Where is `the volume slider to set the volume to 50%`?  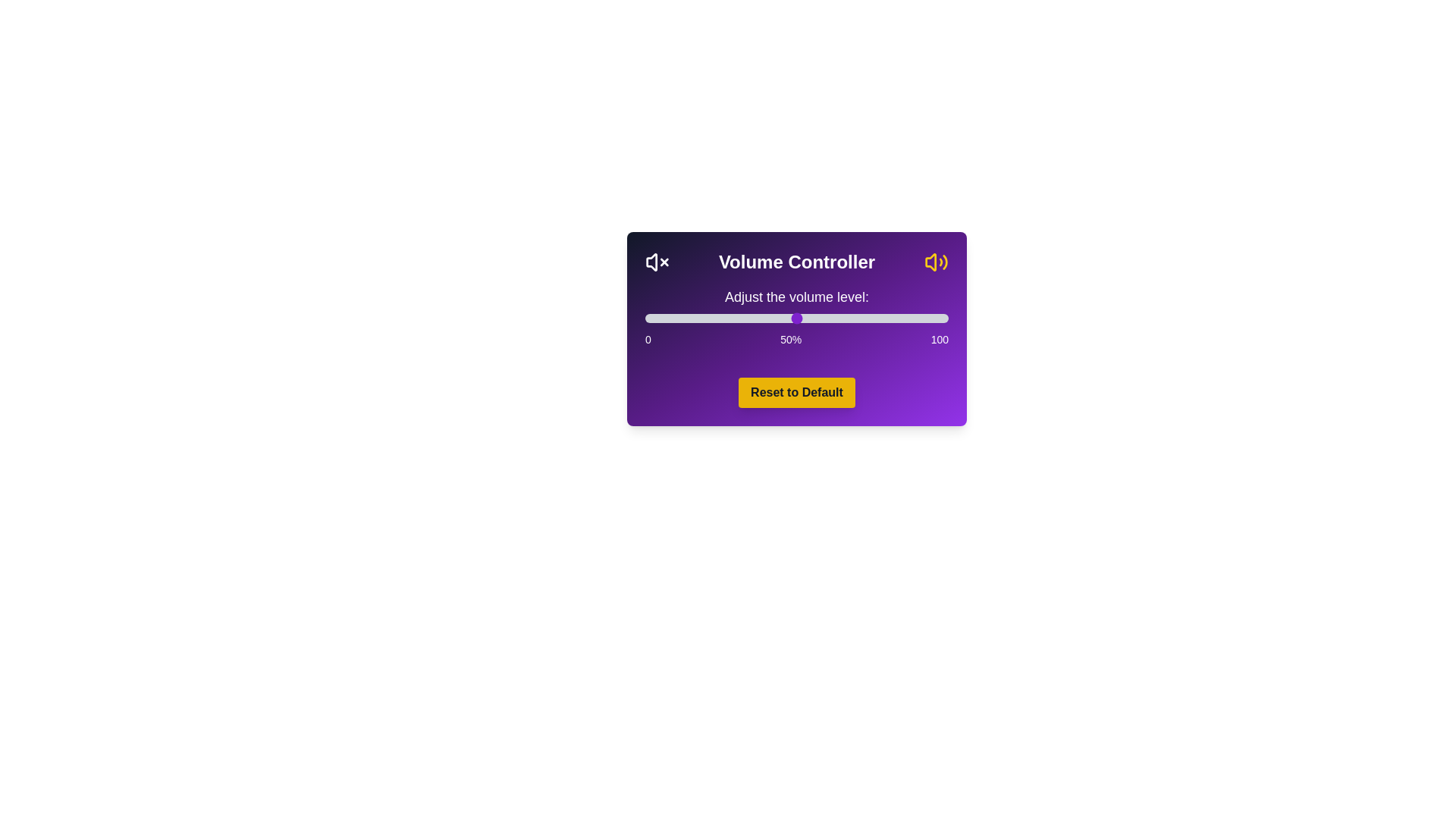 the volume slider to set the volume to 50% is located at coordinates (796, 318).